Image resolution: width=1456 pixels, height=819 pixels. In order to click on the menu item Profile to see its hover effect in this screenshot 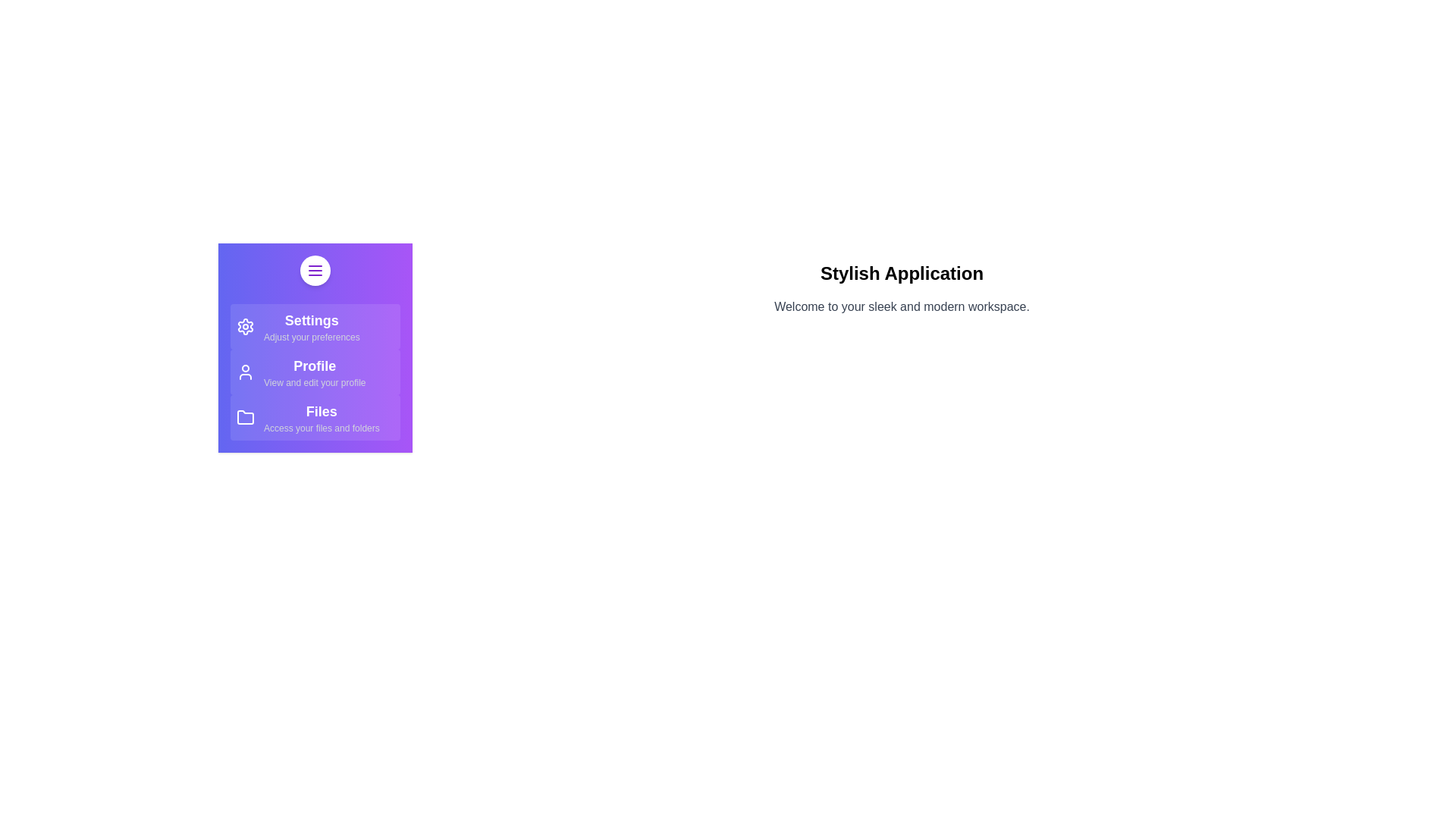, I will do `click(315, 372)`.